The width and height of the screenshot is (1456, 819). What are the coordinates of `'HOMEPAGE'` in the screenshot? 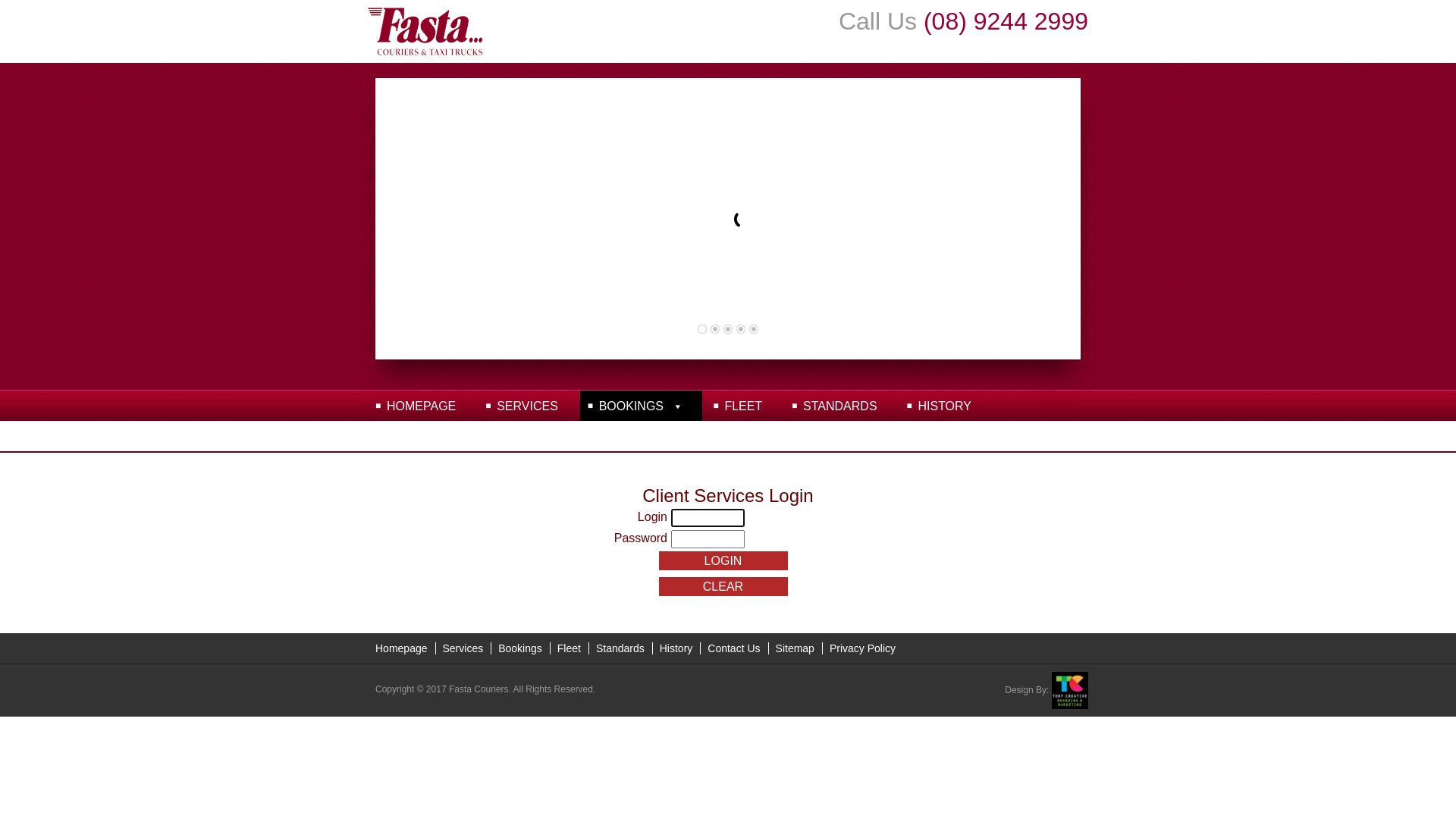 It's located at (421, 405).